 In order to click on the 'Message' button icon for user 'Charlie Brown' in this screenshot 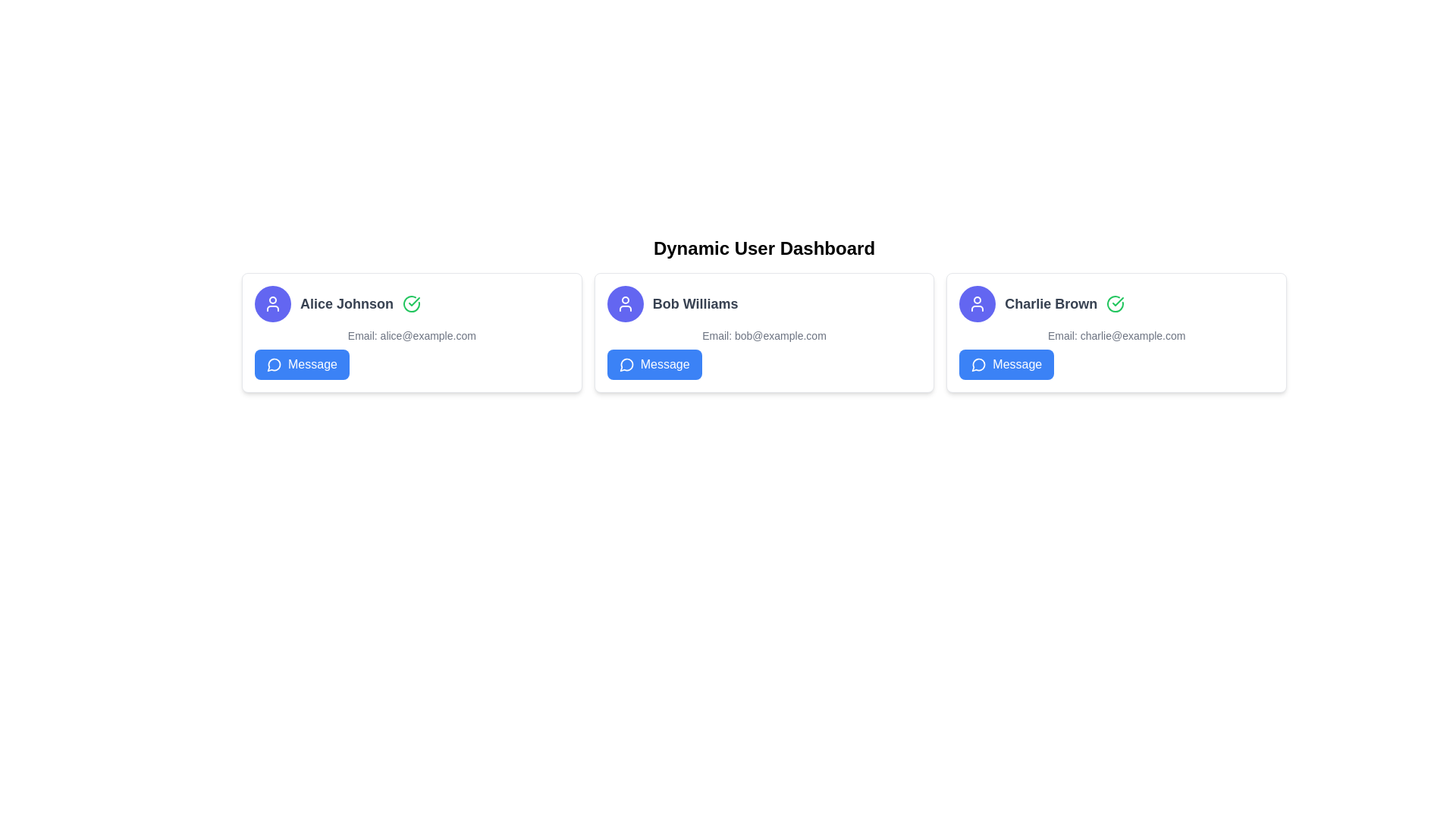, I will do `click(978, 365)`.